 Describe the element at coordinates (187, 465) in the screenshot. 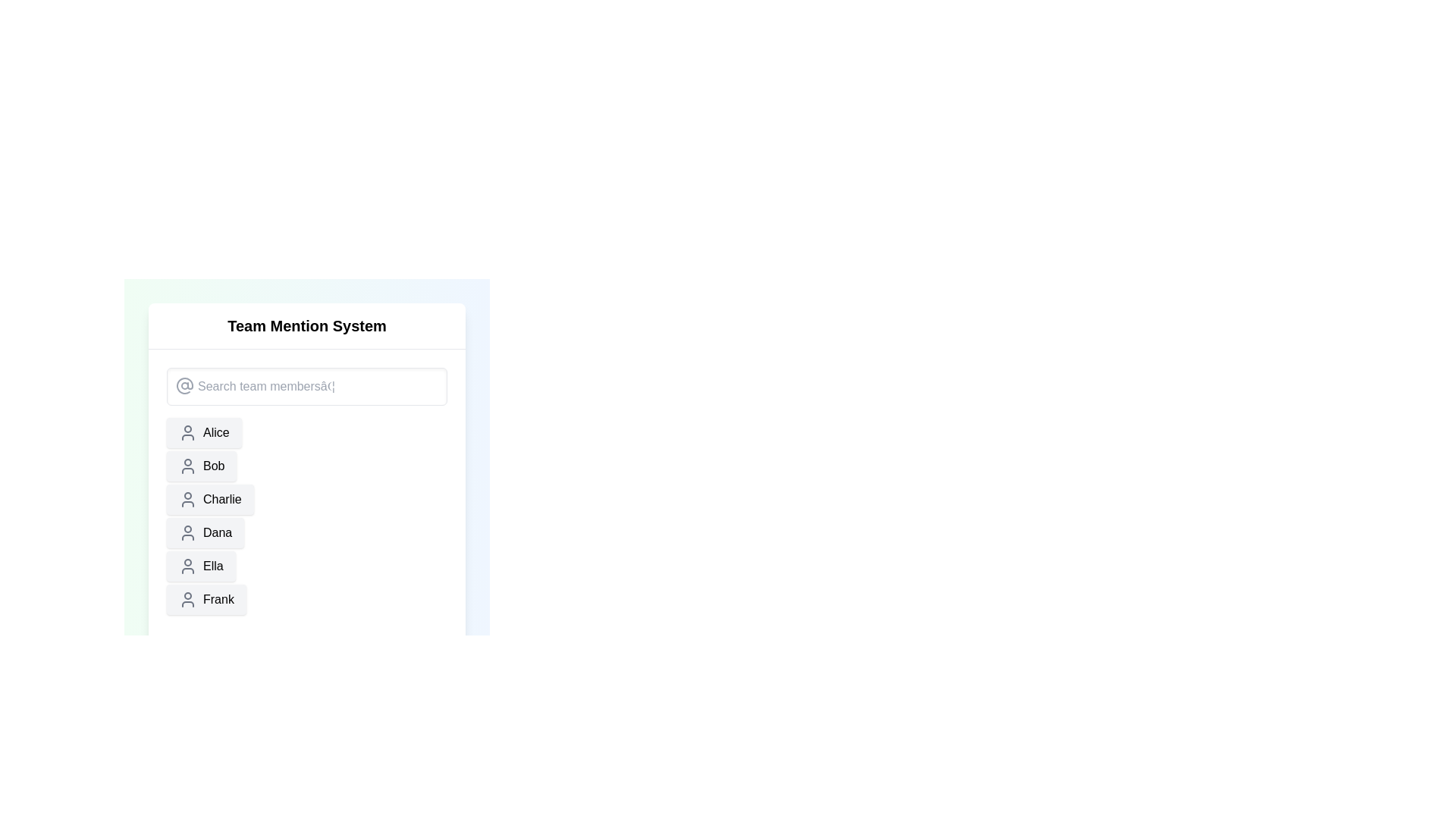

I see `the avatar icon representing the user 'Bob'` at that location.